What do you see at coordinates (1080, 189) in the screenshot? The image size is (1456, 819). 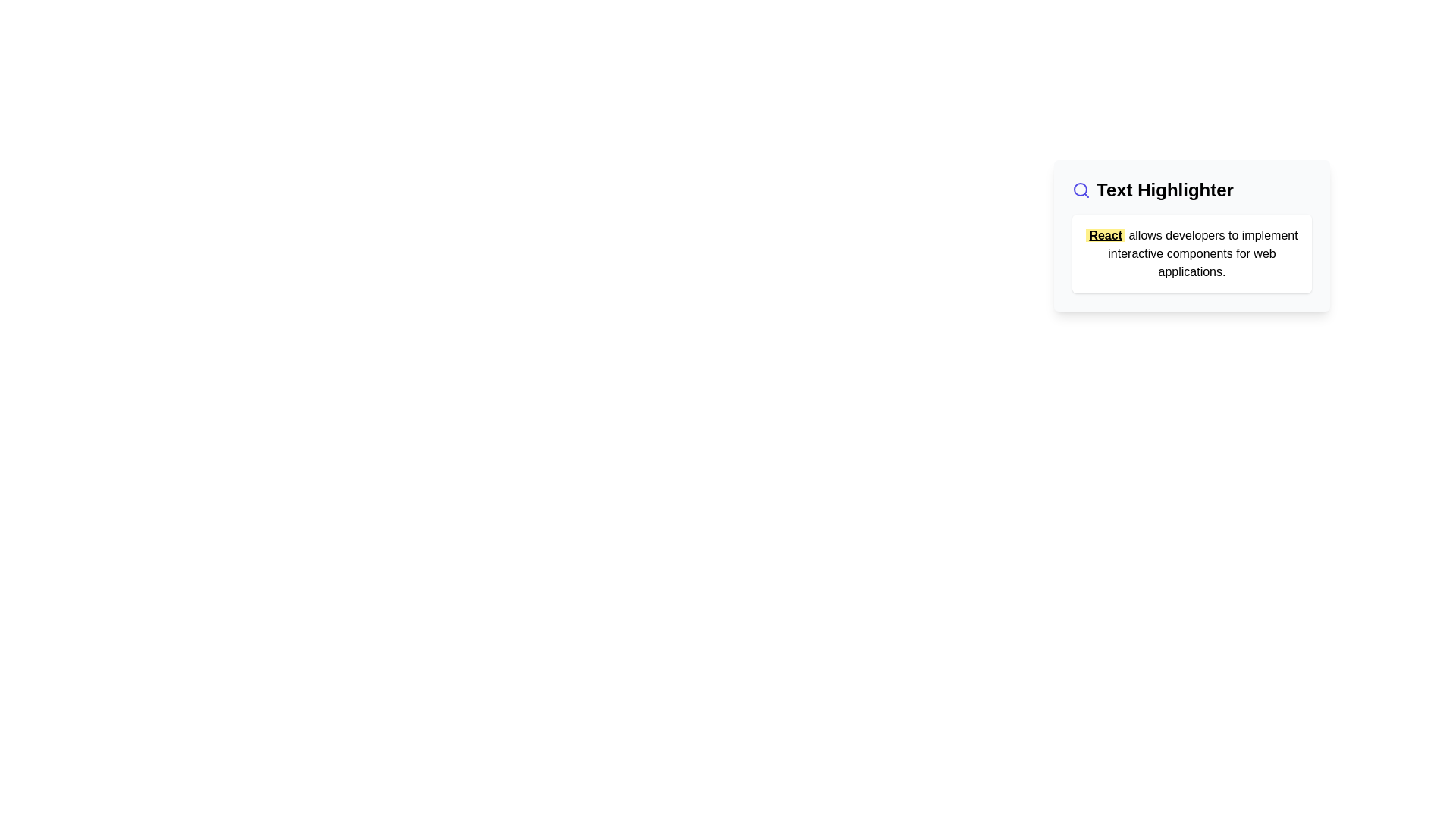 I see `the search icon located at the leftmost part of the grouping that includes the text 'Text Highlighter'` at bounding box center [1080, 189].